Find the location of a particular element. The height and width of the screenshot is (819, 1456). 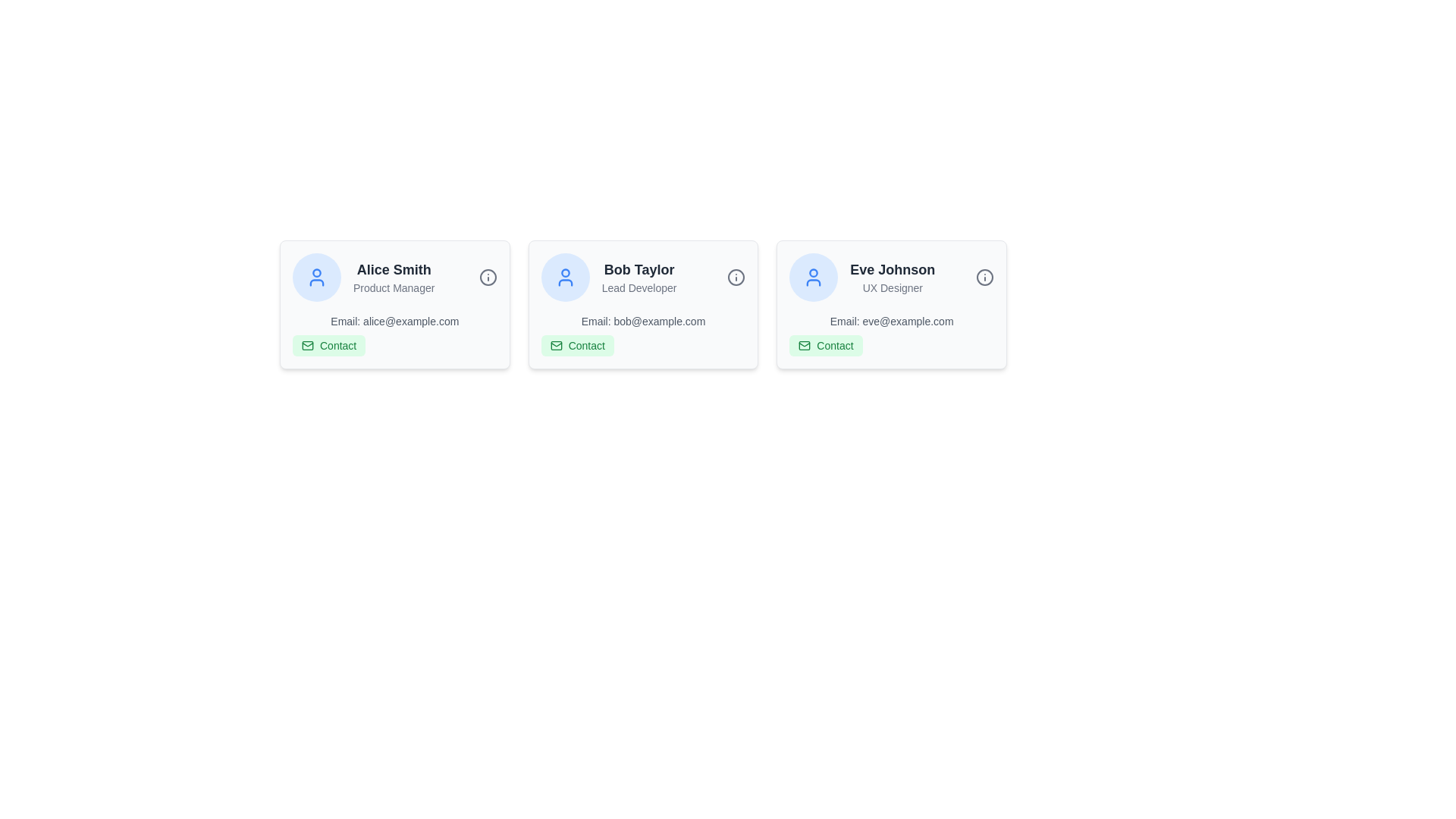

the circular user profile avatar icon with a light blue background and a darker blue user avatar symbol, located at the top-left corner of the profile card for 'Eve Johnson - UX Designer' is located at coordinates (813, 278).